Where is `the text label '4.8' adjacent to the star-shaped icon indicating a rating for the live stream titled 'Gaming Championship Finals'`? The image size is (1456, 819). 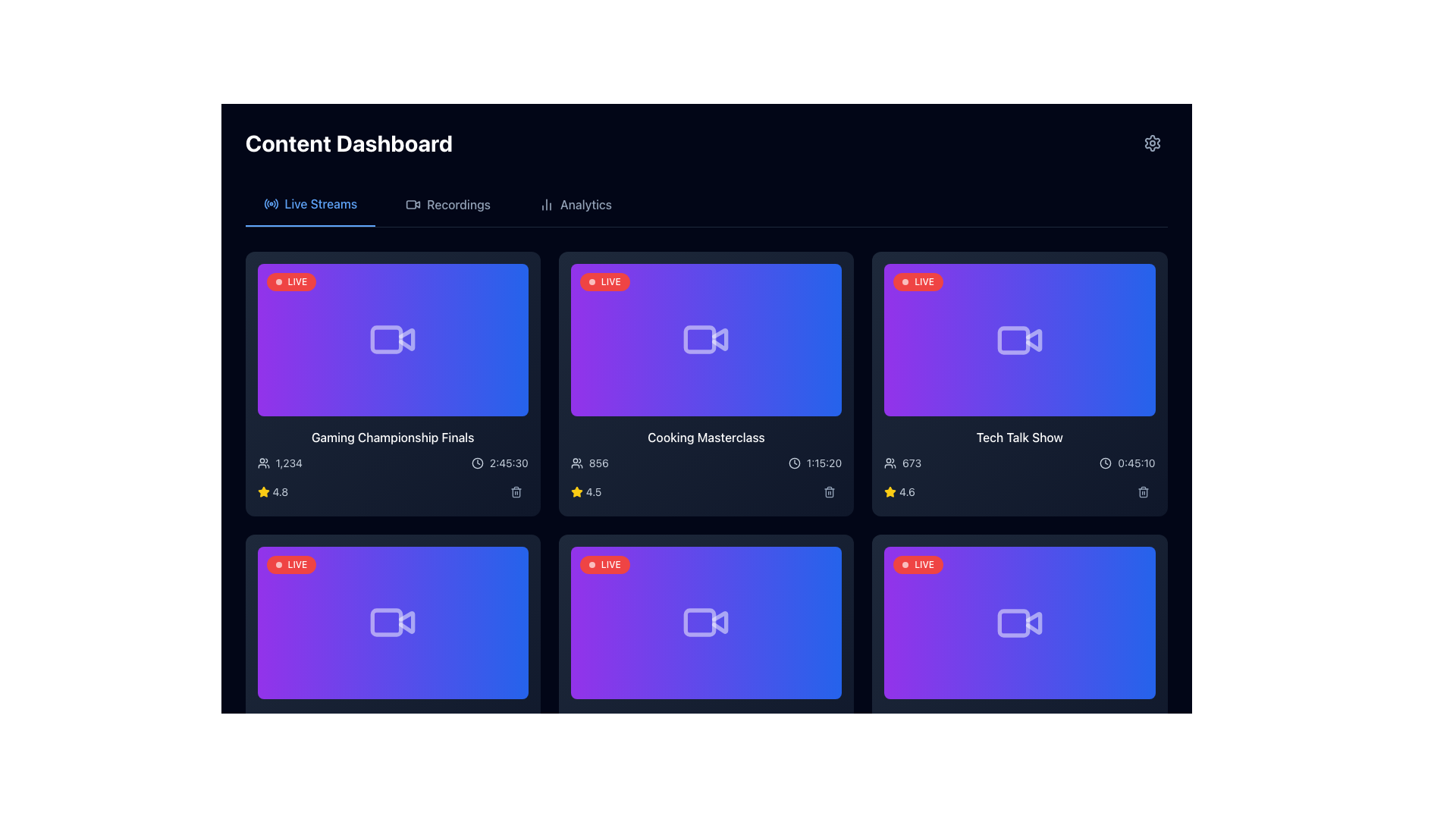
the text label '4.8' adjacent to the star-shaped icon indicating a rating for the live stream titled 'Gaming Championship Finals' is located at coordinates (272, 491).